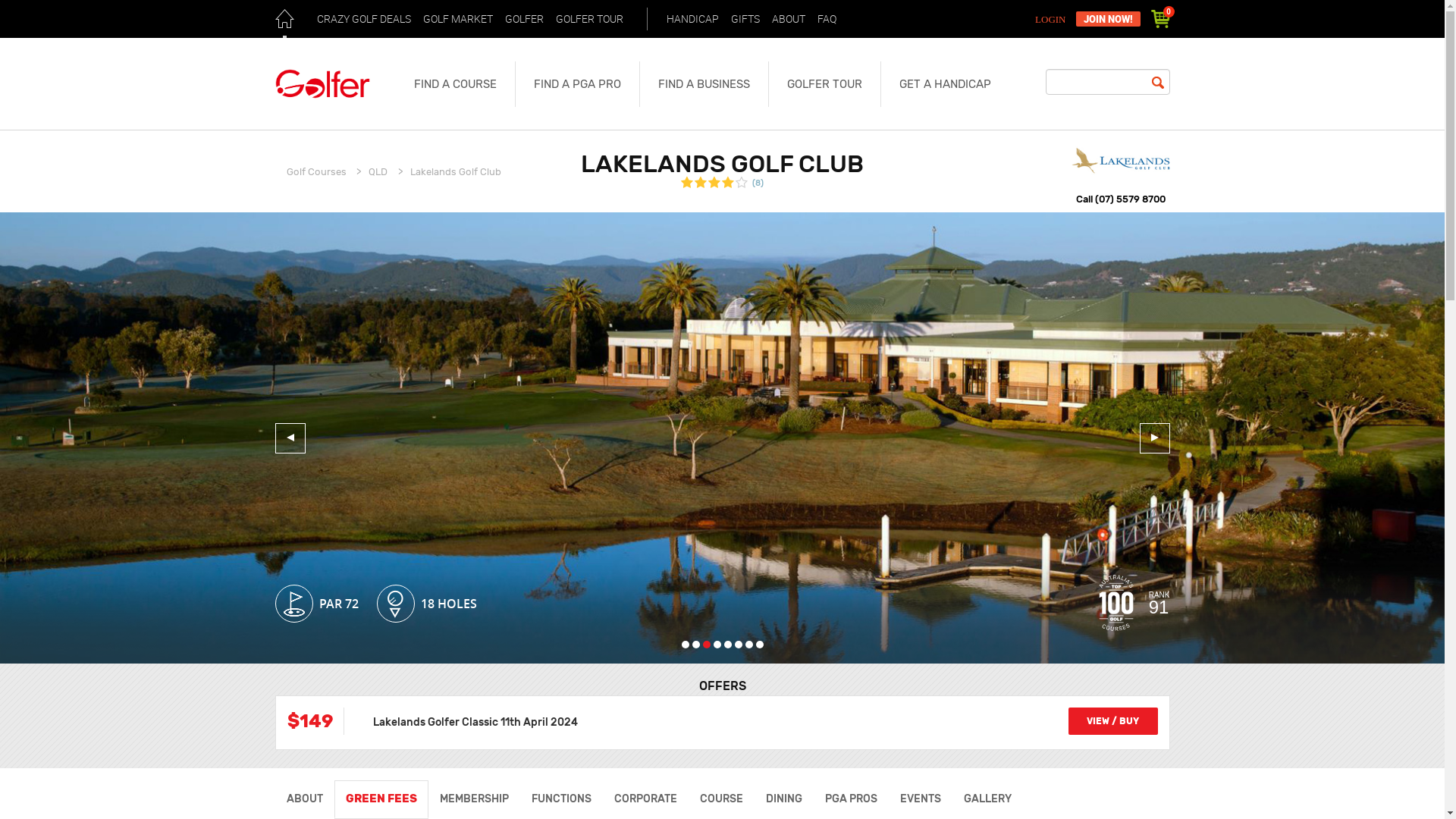 The width and height of the screenshot is (1456, 819). Describe the element at coordinates (1051, 20) in the screenshot. I see `'LOGIN'` at that location.